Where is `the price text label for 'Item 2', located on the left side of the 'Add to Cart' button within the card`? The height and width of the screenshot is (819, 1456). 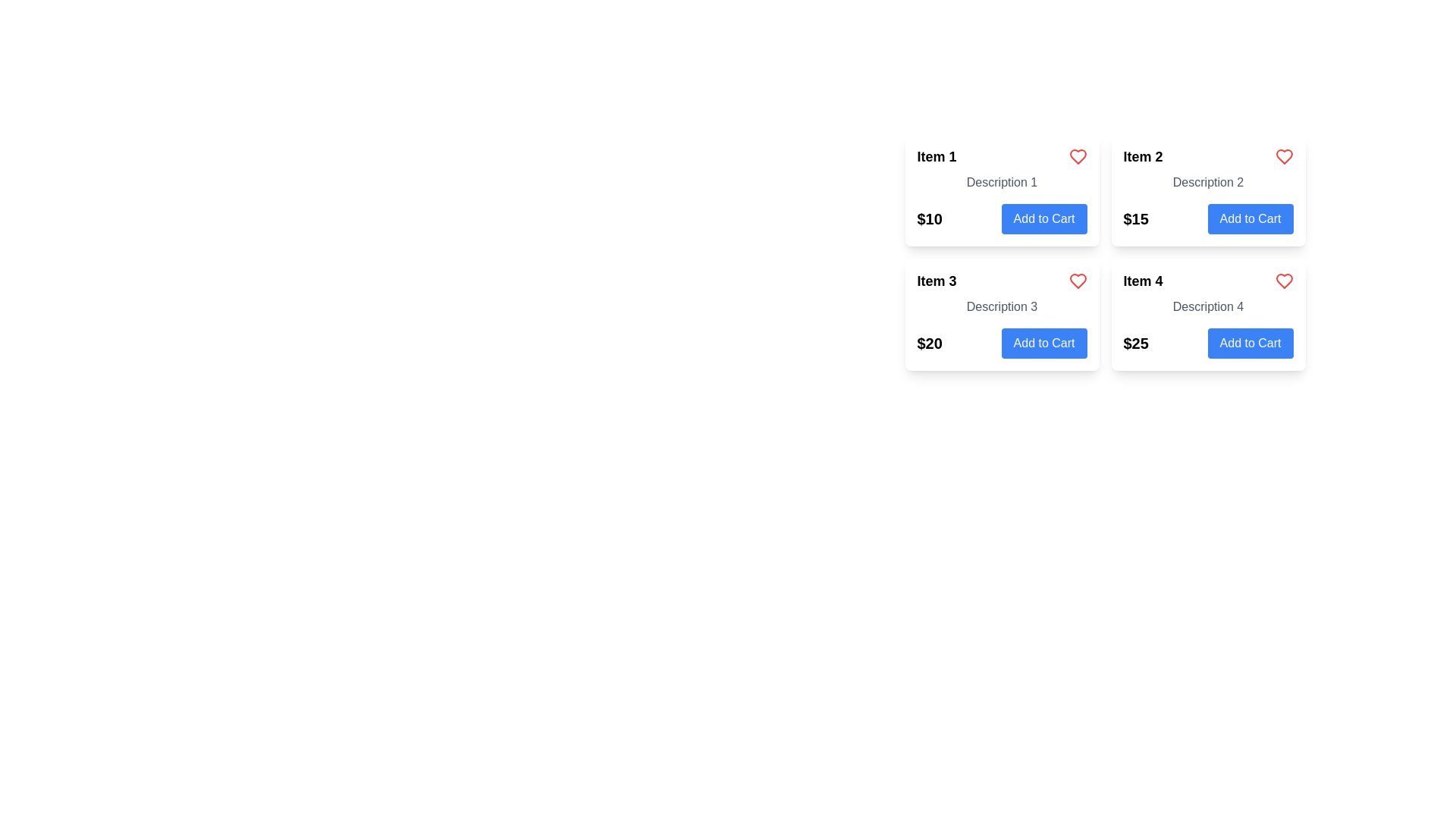
the price text label for 'Item 2', located on the left side of the 'Add to Cart' button within the card is located at coordinates (1136, 219).